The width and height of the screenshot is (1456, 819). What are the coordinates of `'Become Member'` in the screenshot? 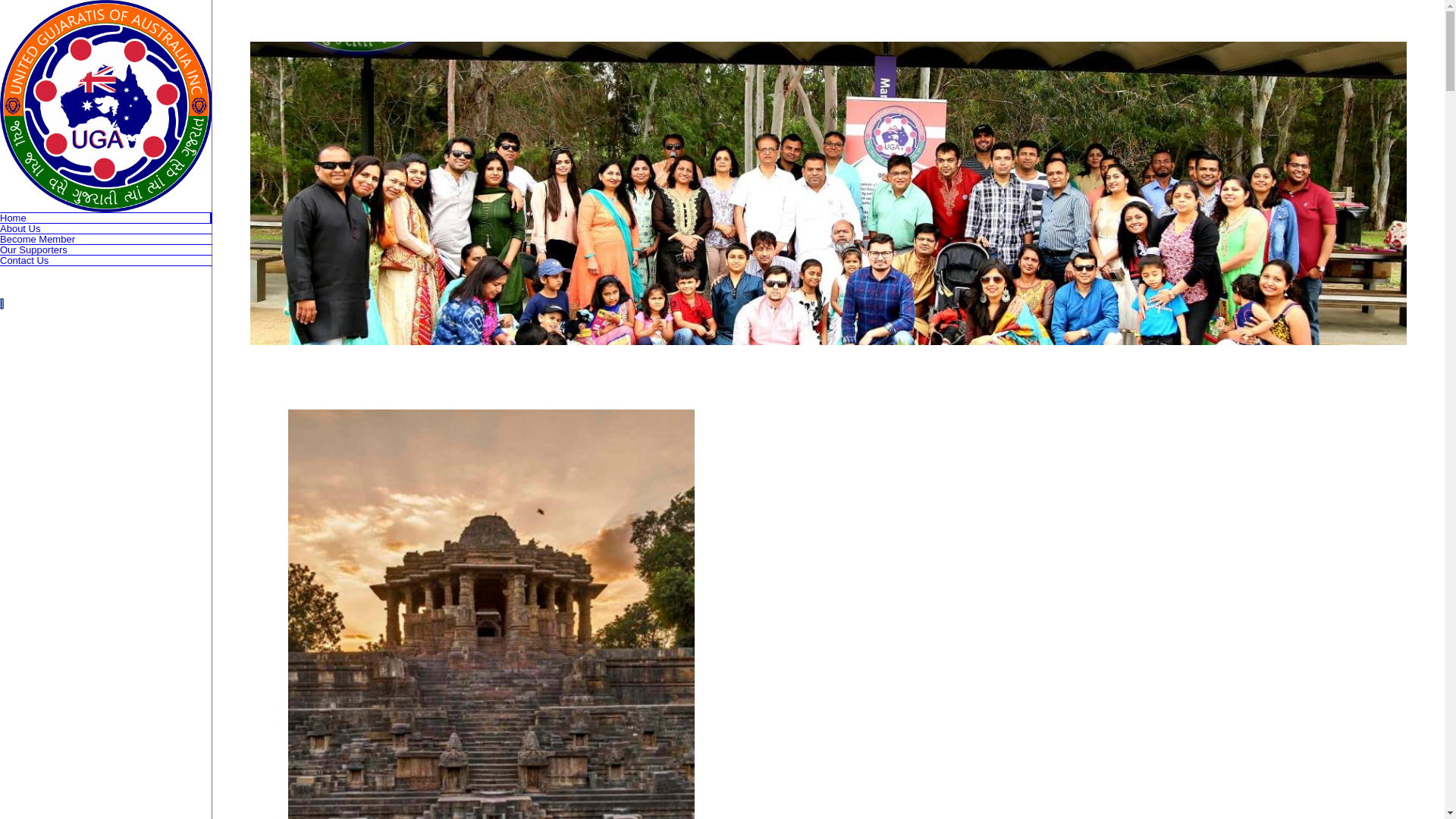 It's located at (105, 239).